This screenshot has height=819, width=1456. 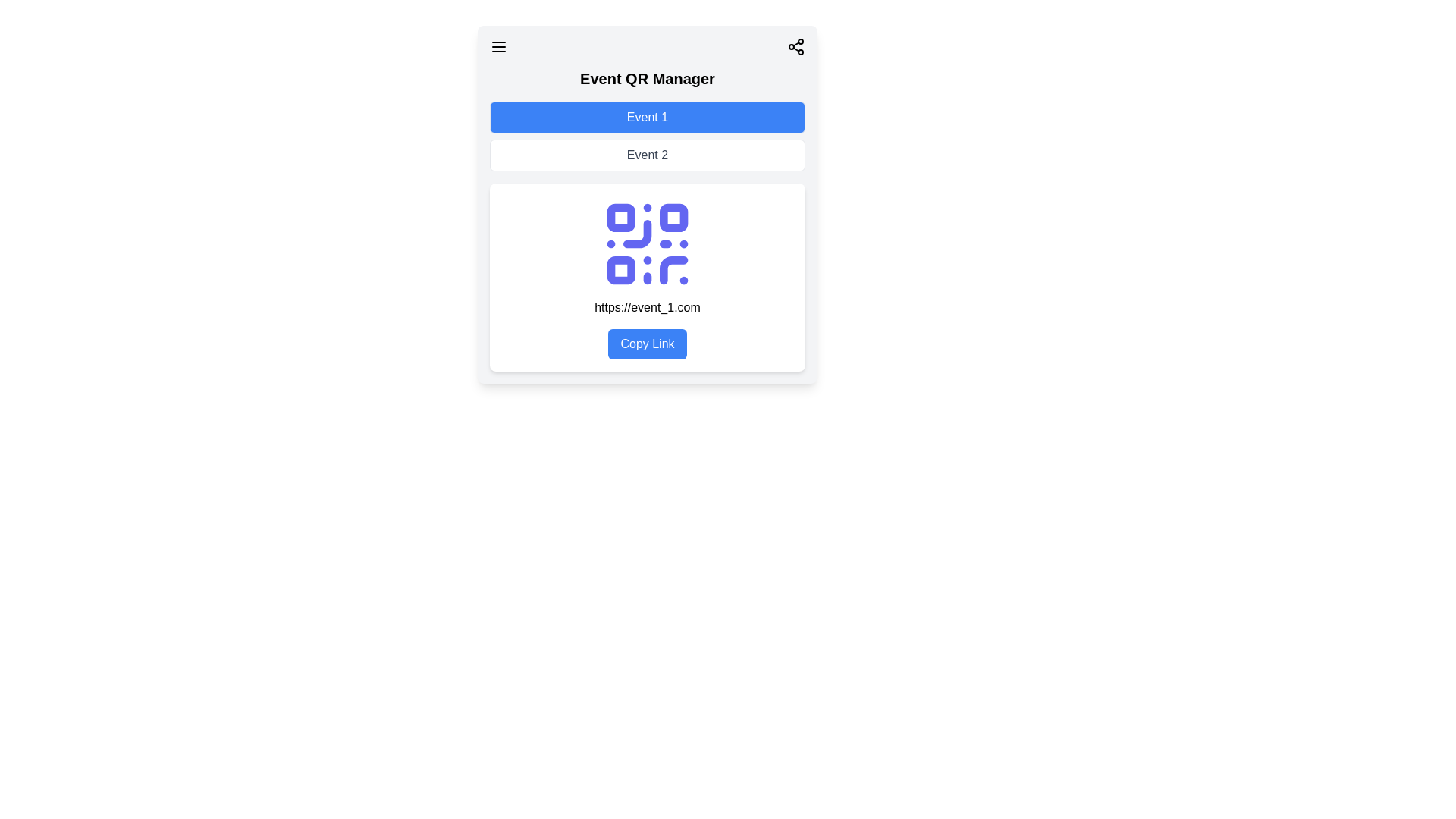 I want to click on the sharing icon resembling three connected dots to initiate a sharing action, so click(x=795, y=45).